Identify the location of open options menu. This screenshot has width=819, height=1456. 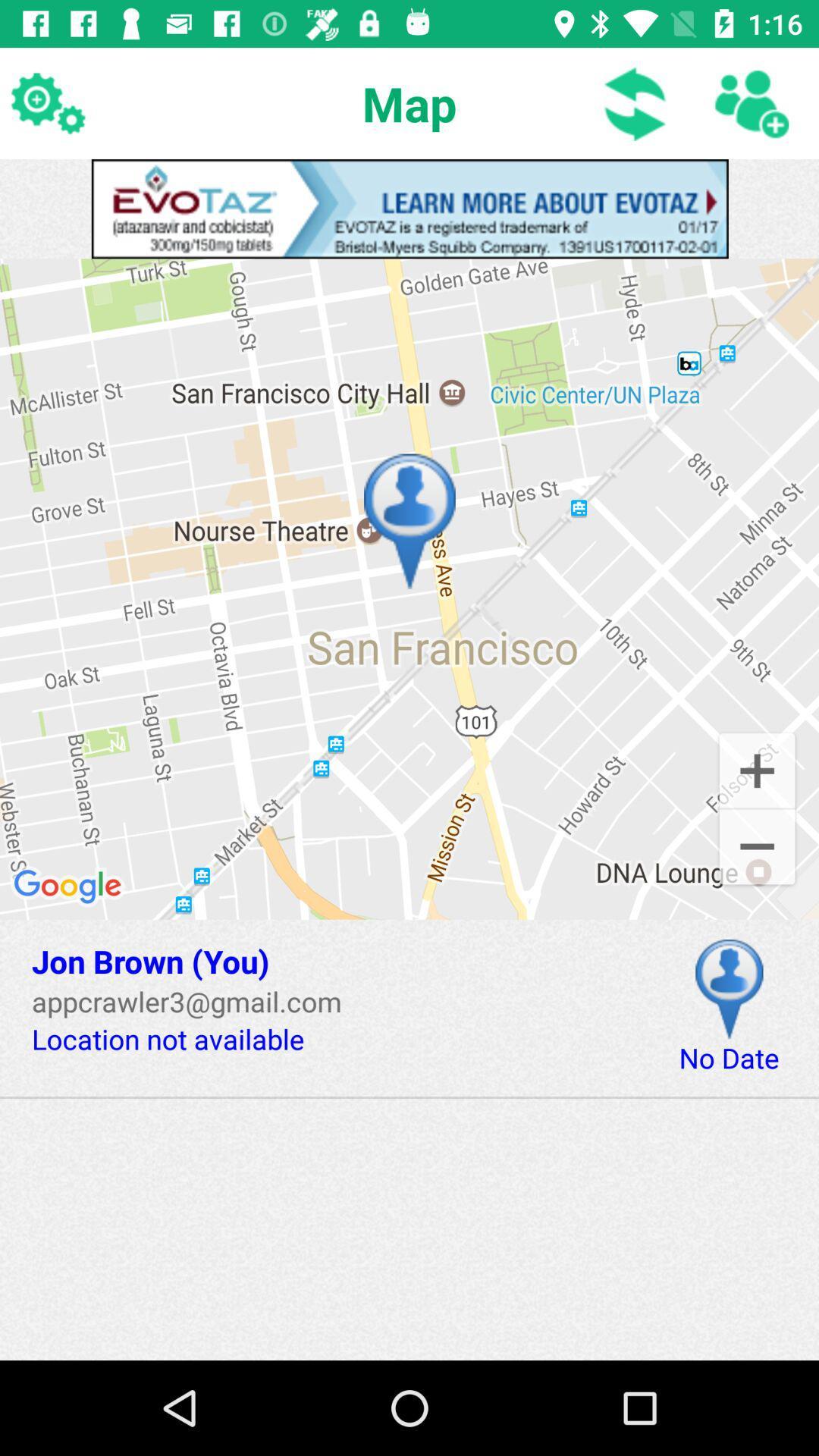
(46, 102).